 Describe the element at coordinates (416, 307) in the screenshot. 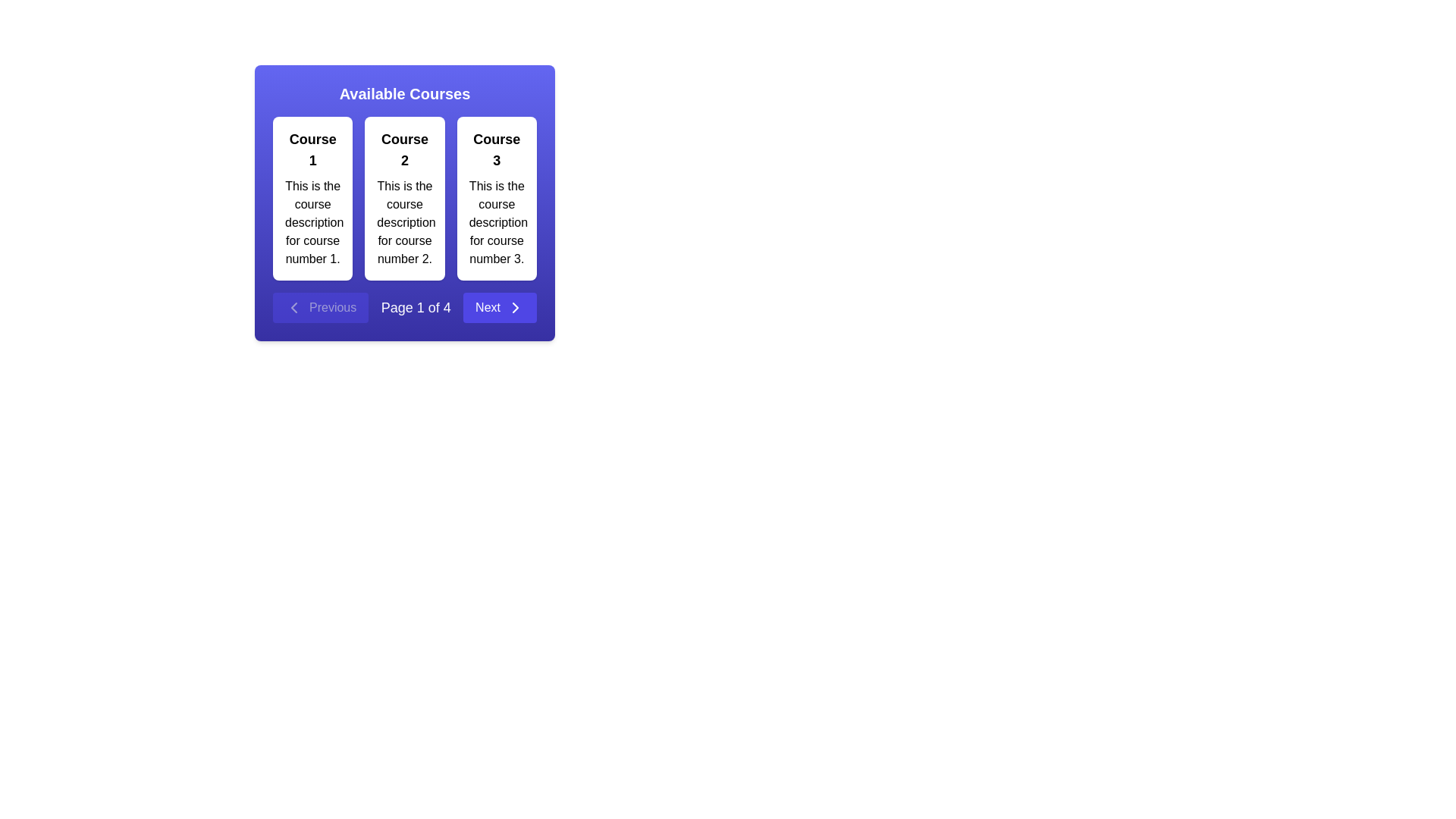

I see `the label displaying 'Page 1 of 4' which is part of the navigation bar at the bottom of the main card` at that location.